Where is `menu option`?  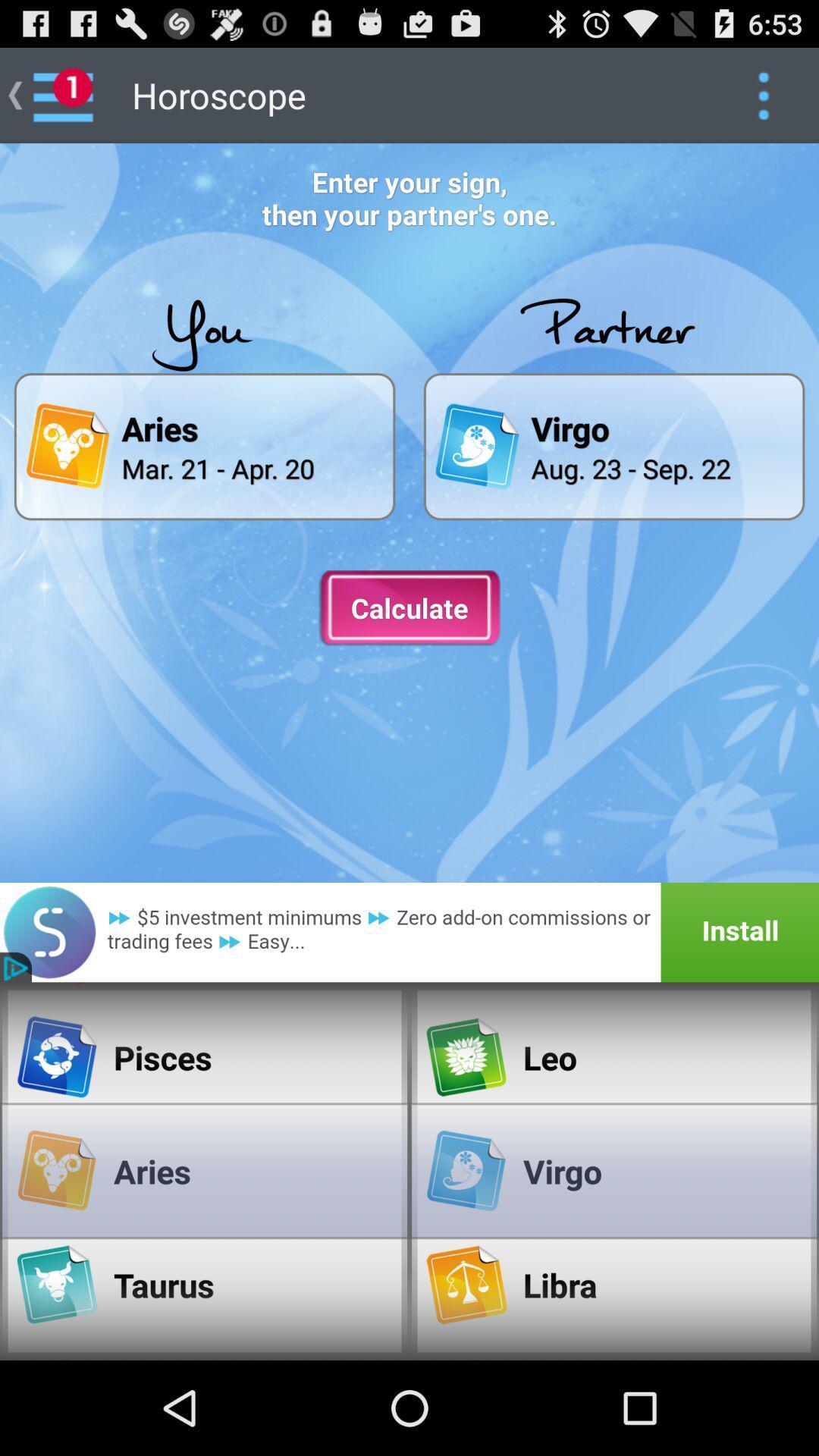 menu option is located at coordinates (763, 94).